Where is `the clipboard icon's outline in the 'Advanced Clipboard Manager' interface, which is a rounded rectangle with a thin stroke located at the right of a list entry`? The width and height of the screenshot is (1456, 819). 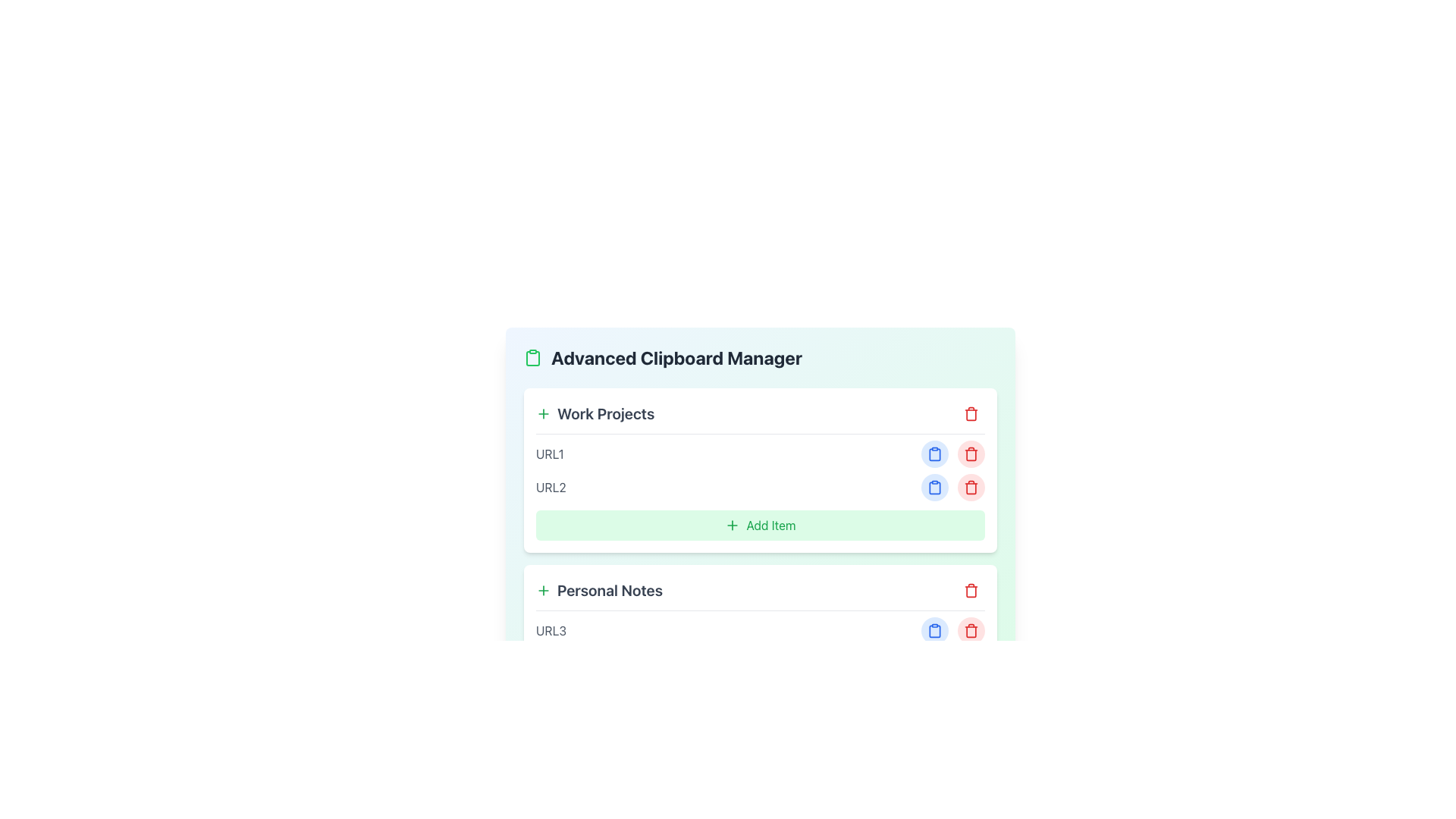
the clipboard icon's outline in the 'Advanced Clipboard Manager' interface, which is a rounded rectangle with a thin stroke located at the right of a list entry is located at coordinates (934, 631).